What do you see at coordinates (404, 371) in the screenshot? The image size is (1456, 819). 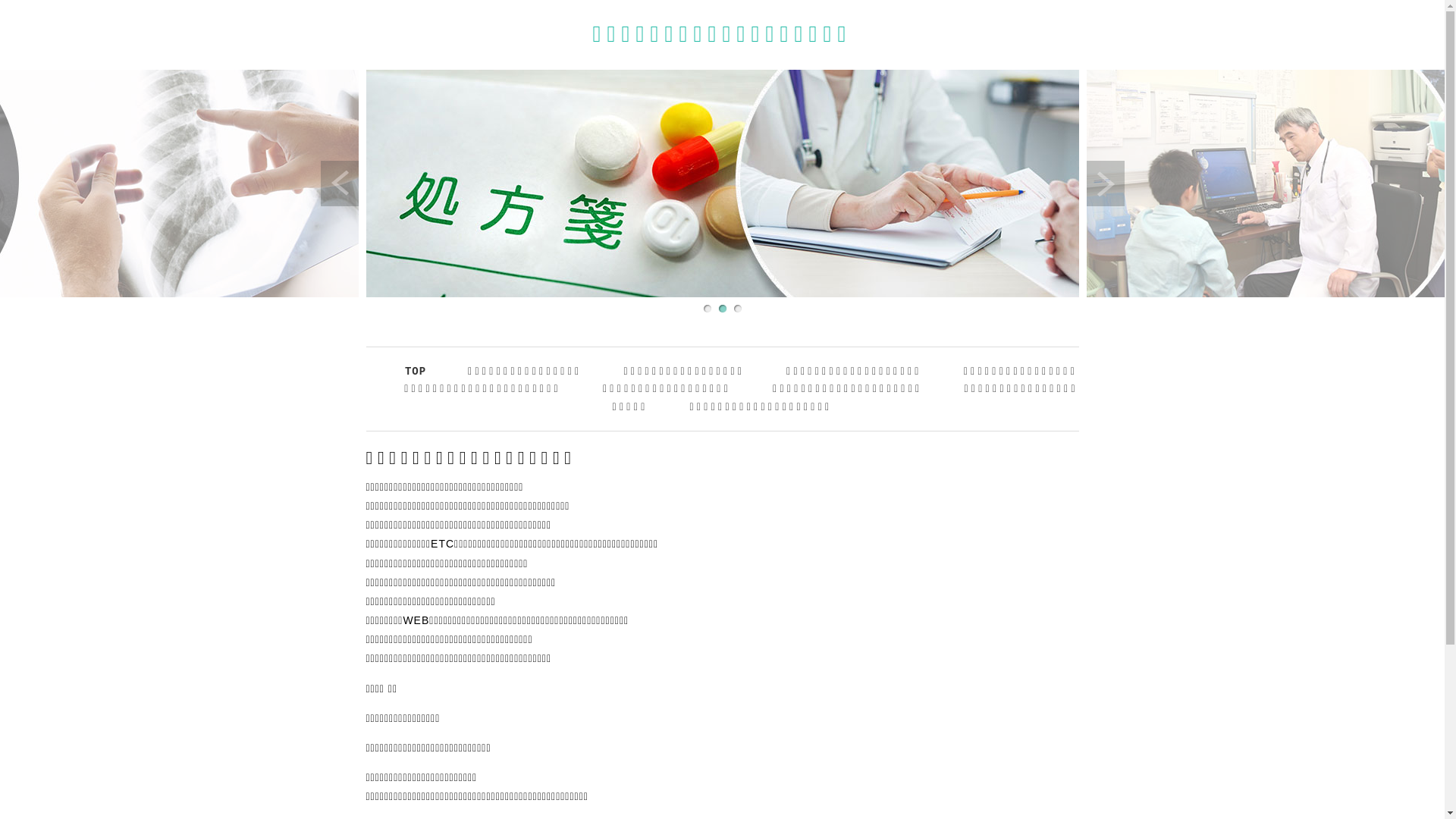 I see `'TOP'` at bounding box center [404, 371].